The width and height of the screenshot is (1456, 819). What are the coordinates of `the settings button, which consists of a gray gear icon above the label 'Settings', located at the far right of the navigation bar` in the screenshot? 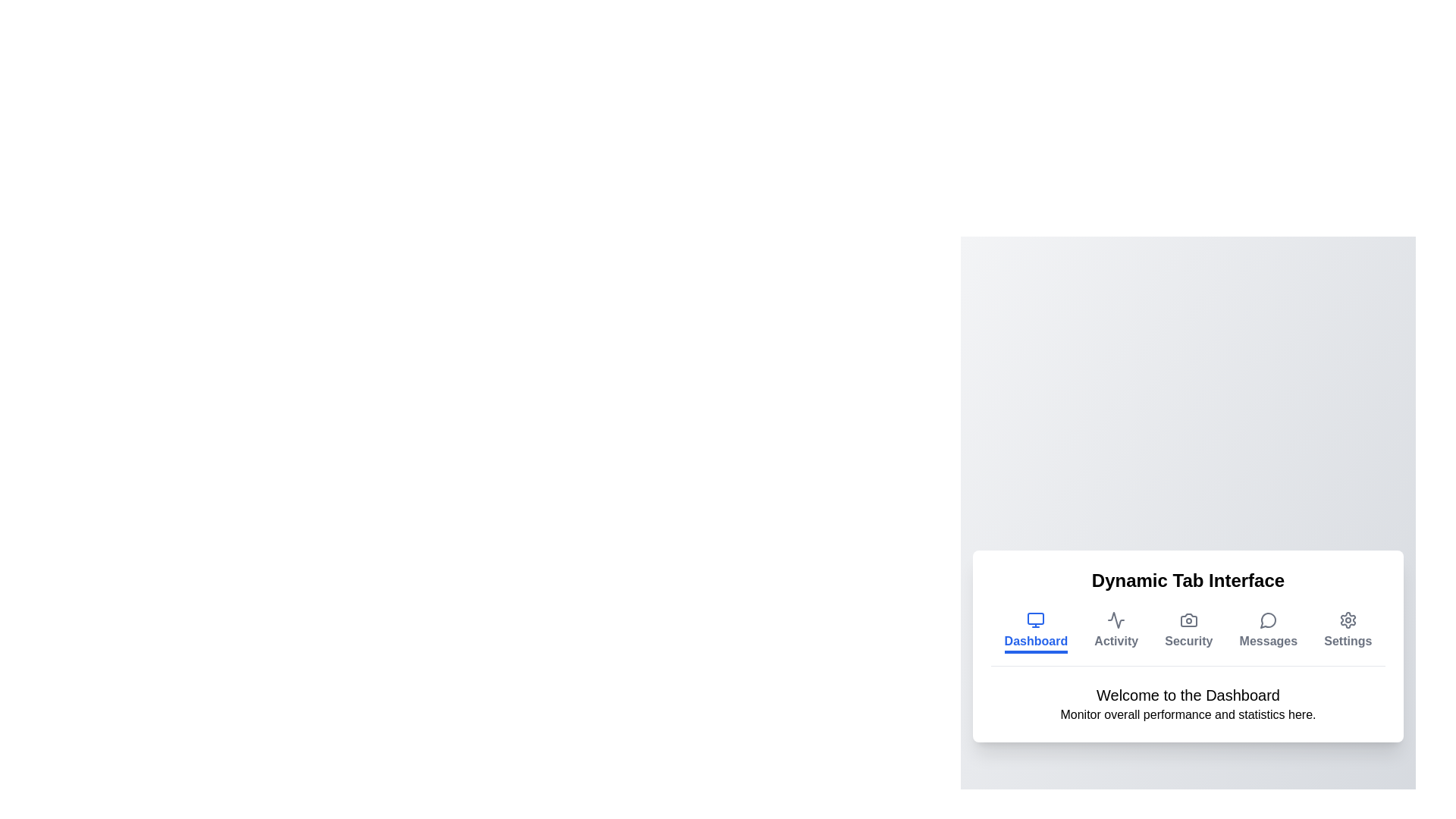 It's located at (1348, 632).